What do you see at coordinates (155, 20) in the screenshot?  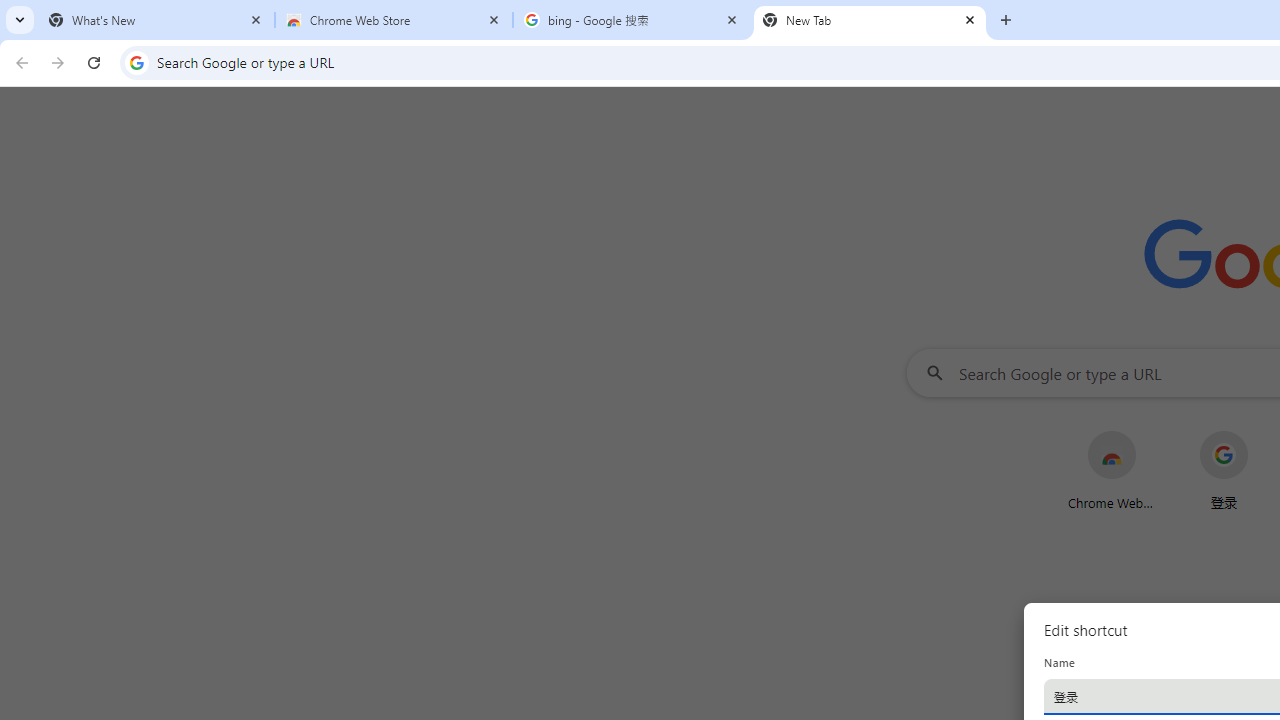 I see `'What'` at bounding box center [155, 20].